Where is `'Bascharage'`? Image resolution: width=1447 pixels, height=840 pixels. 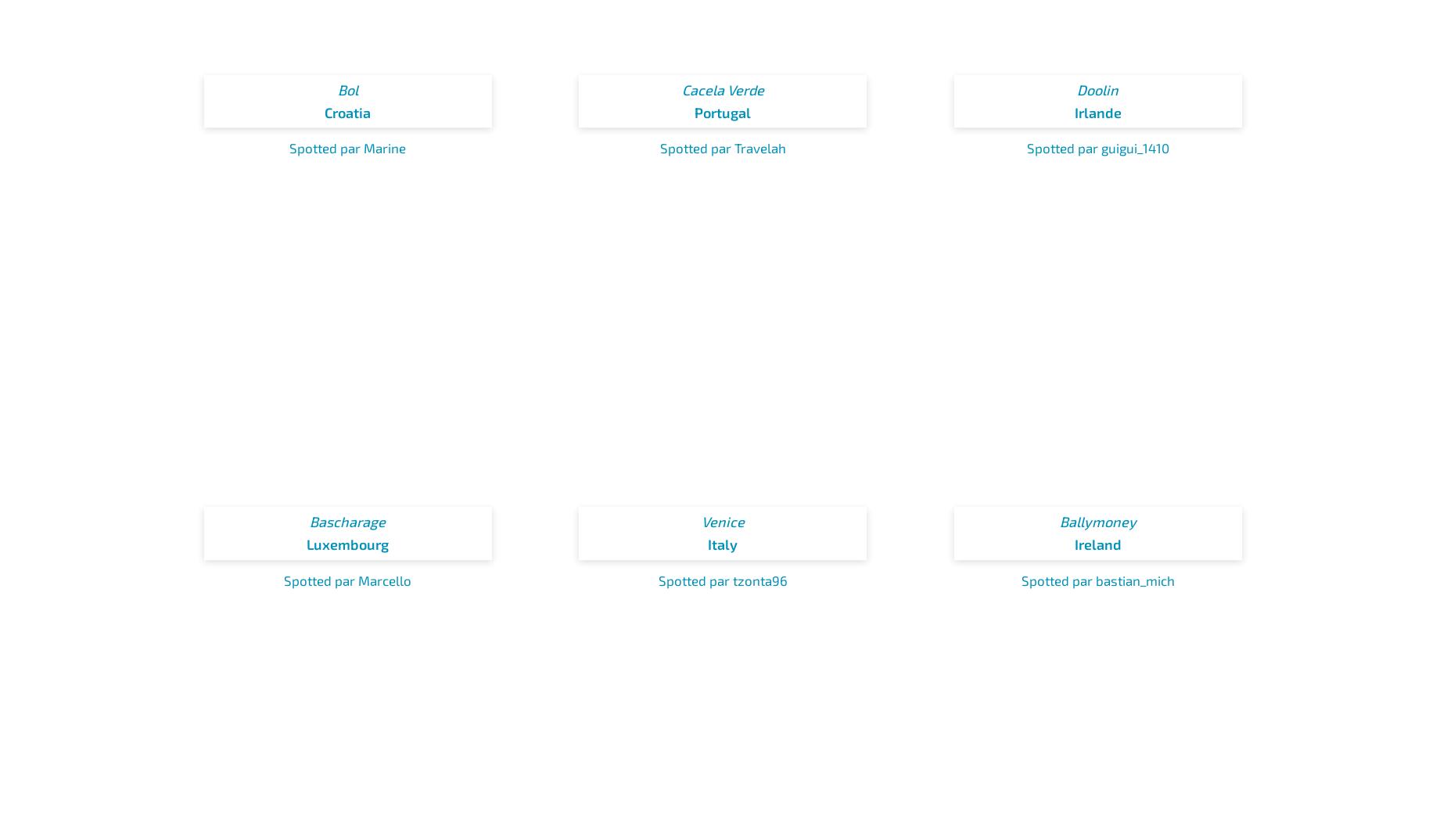
'Bascharage' is located at coordinates (346, 520).